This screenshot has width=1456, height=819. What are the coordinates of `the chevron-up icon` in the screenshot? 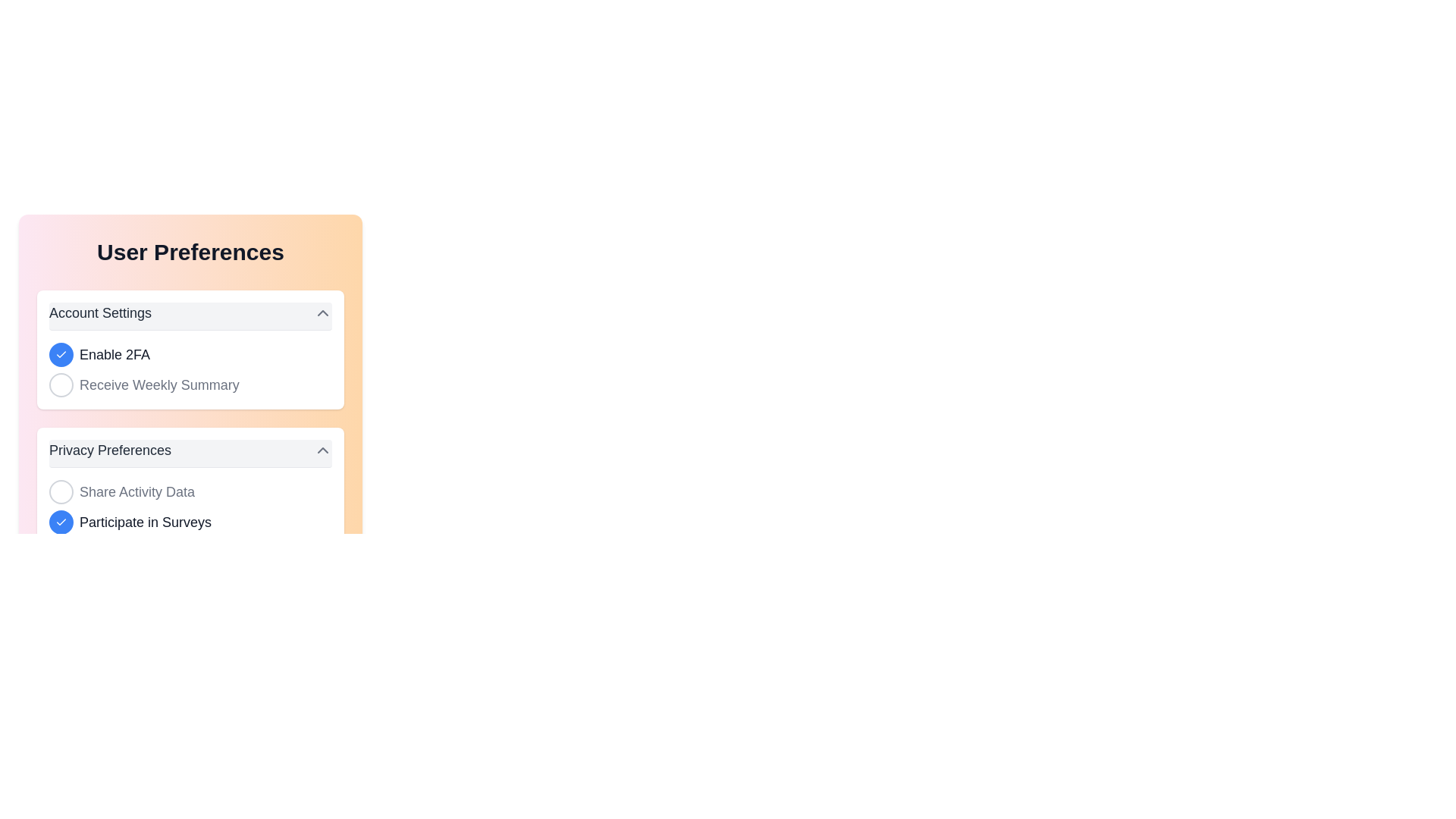 It's located at (322, 450).